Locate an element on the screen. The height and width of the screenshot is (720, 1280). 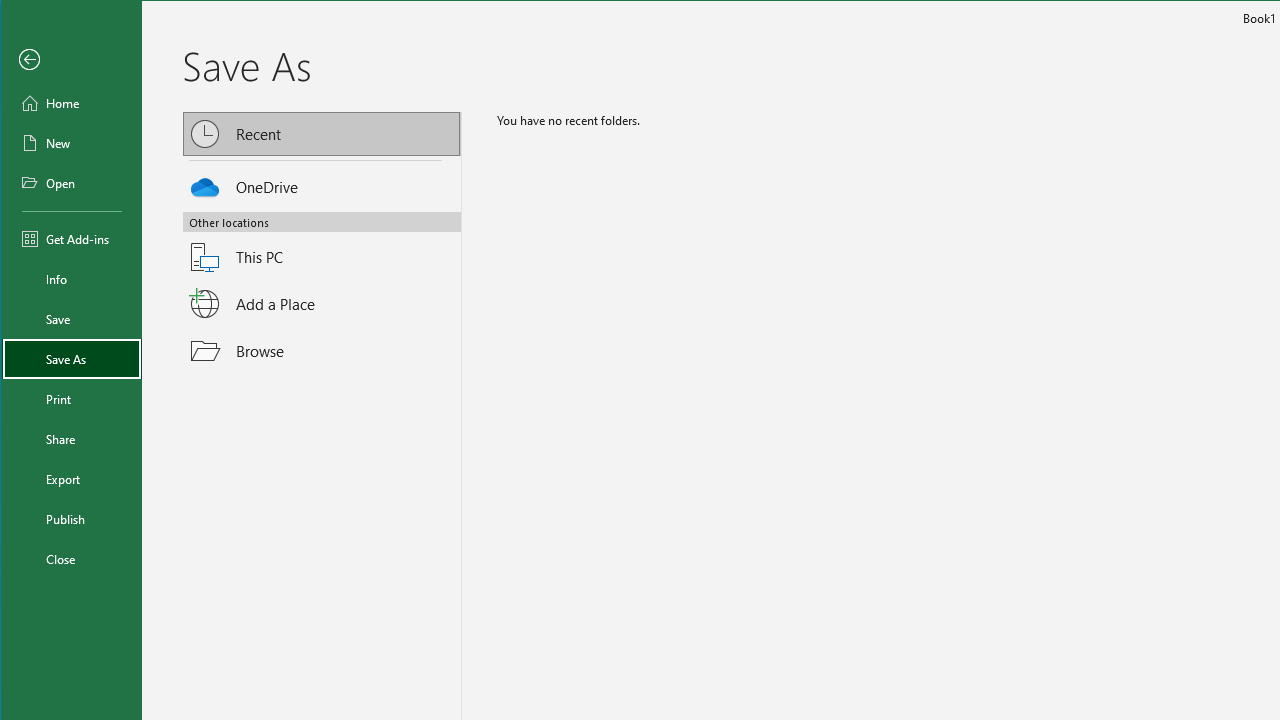
'Print' is located at coordinates (72, 398).